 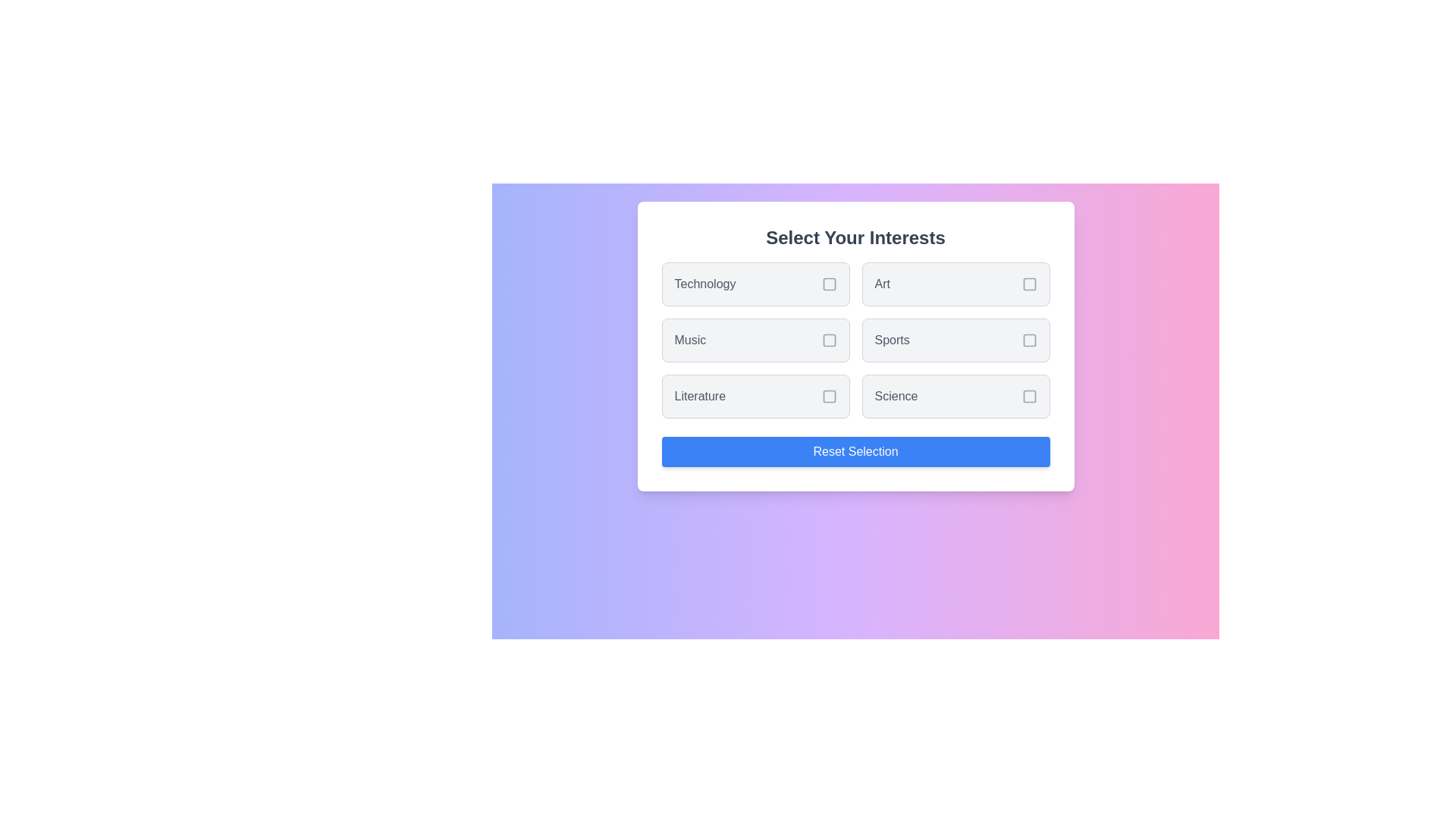 I want to click on the interest item labeled Literature, so click(x=755, y=396).